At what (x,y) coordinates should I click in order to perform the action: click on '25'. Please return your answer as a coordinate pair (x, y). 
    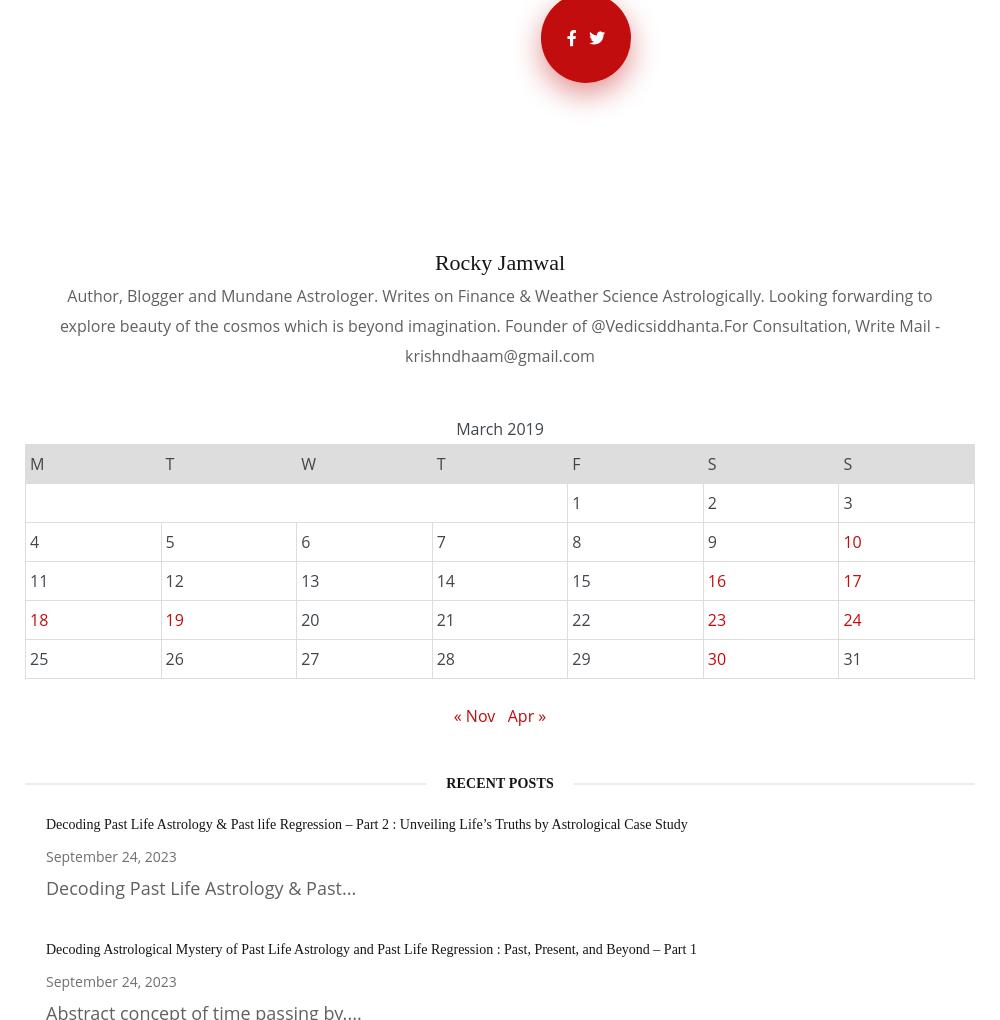
    Looking at the image, I should click on (39, 658).